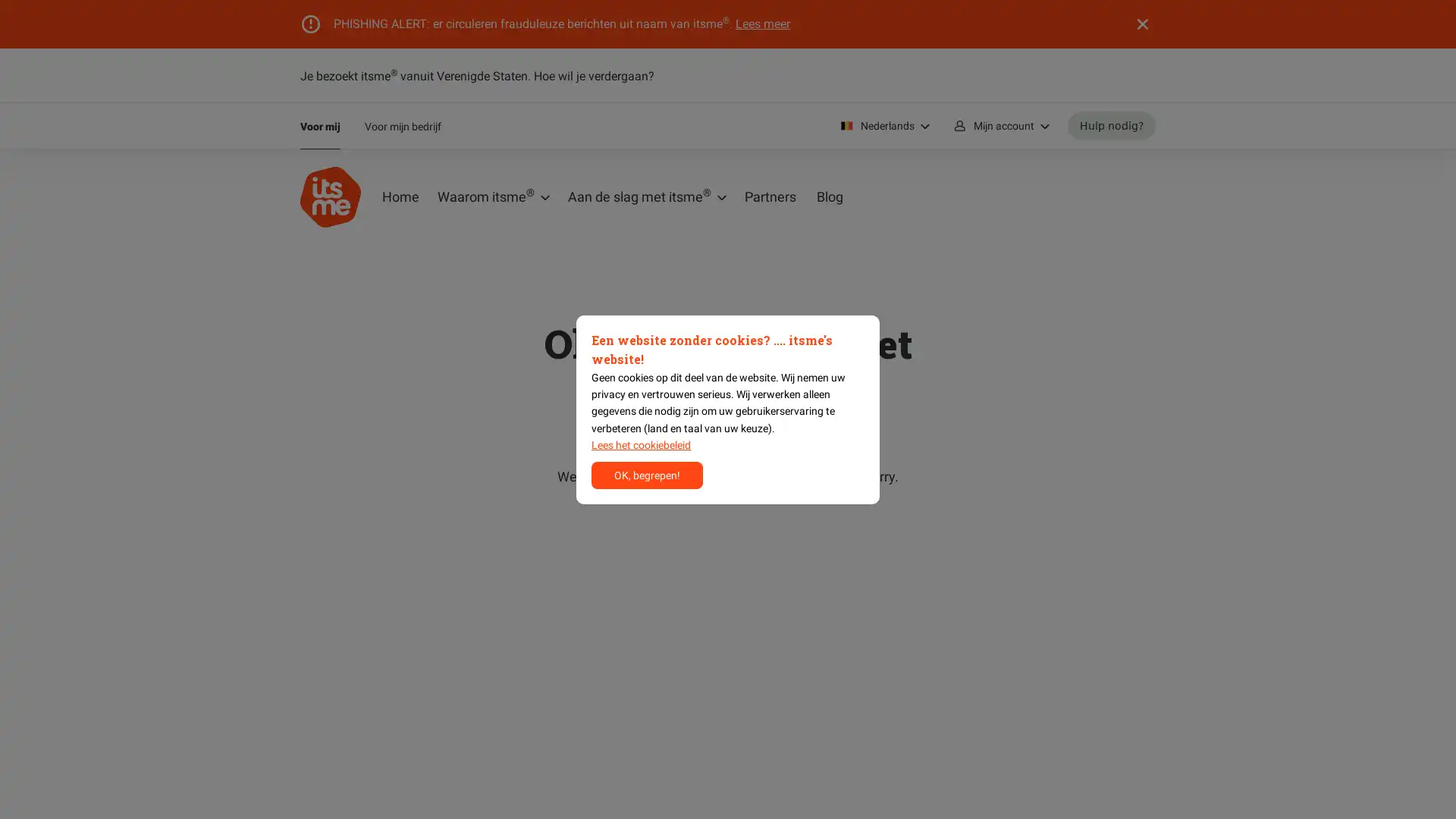 Image resolution: width=1456 pixels, height=819 pixels. I want to click on OK, begrepen!, so click(647, 473).